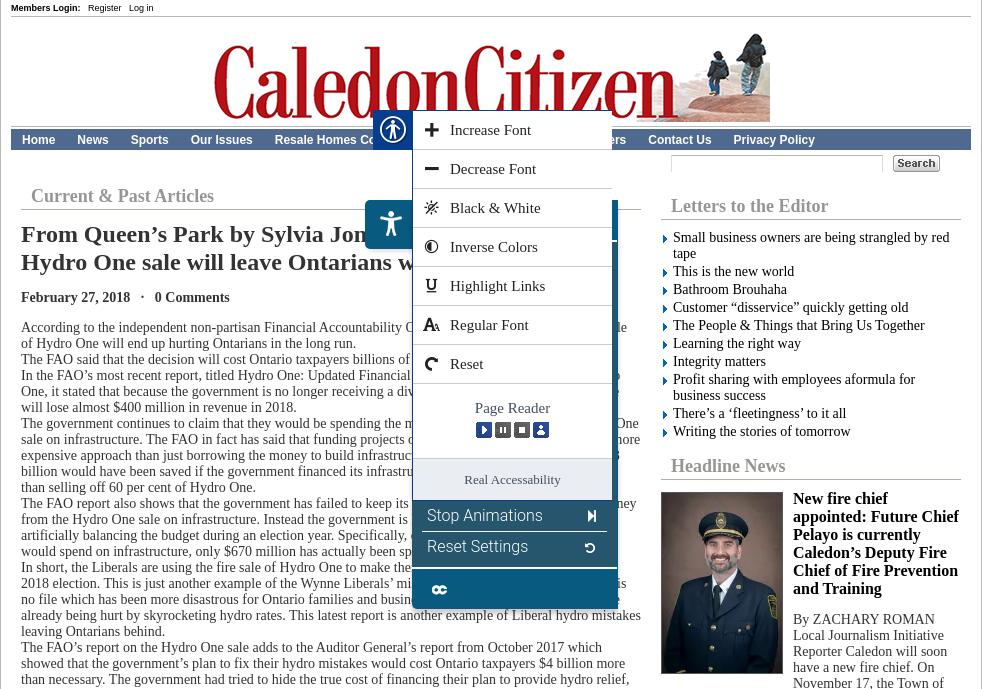 Image resolution: width=982 pixels, height=689 pixels. Describe the element at coordinates (671, 412) in the screenshot. I see `'There’s a ‘fleetingness’ to it all'` at that location.